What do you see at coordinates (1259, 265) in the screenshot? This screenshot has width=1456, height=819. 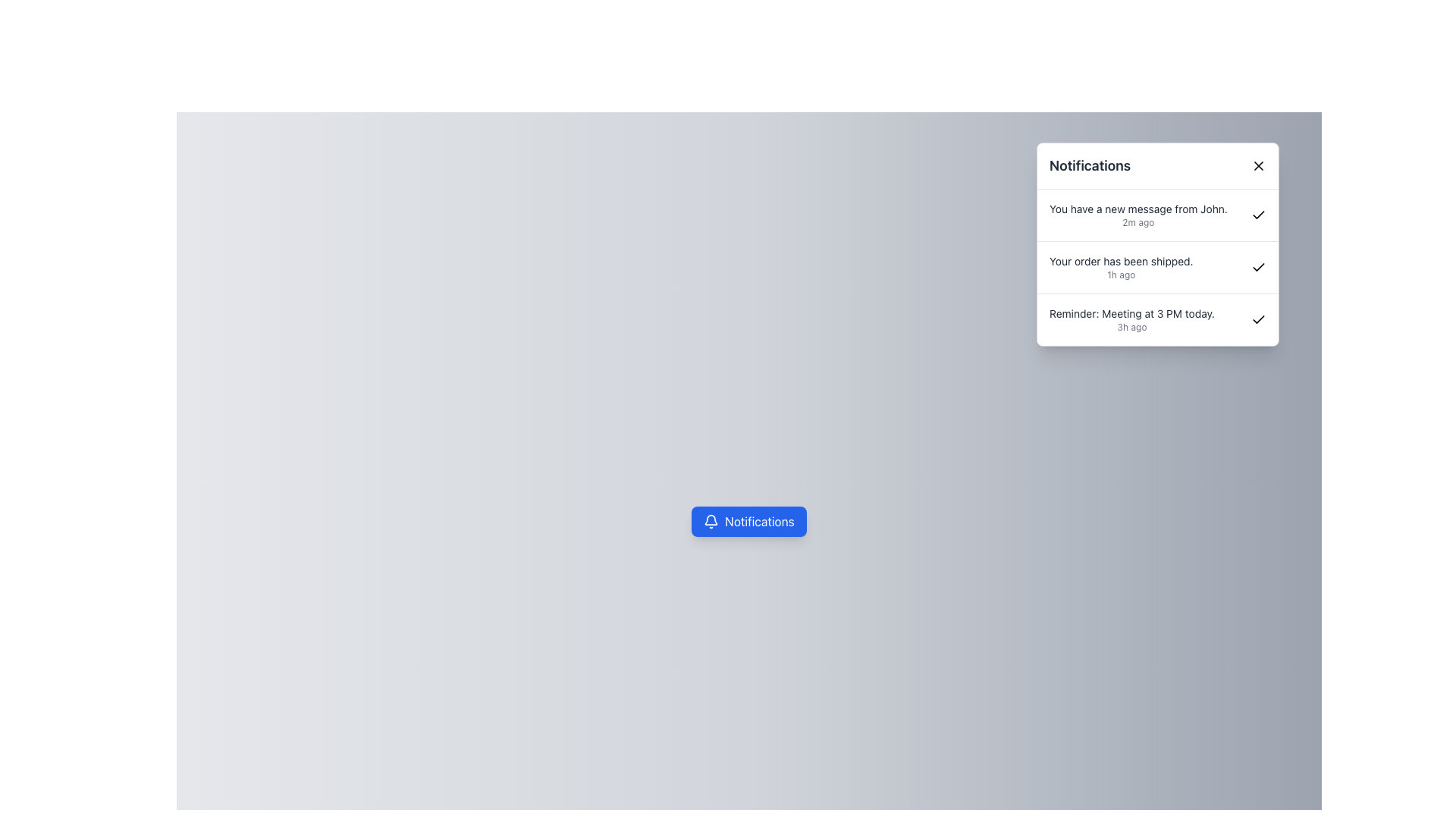 I see `the checkmark icon associated with the notification 'Reminder: Meeting at 3 PM today.'` at bounding box center [1259, 265].